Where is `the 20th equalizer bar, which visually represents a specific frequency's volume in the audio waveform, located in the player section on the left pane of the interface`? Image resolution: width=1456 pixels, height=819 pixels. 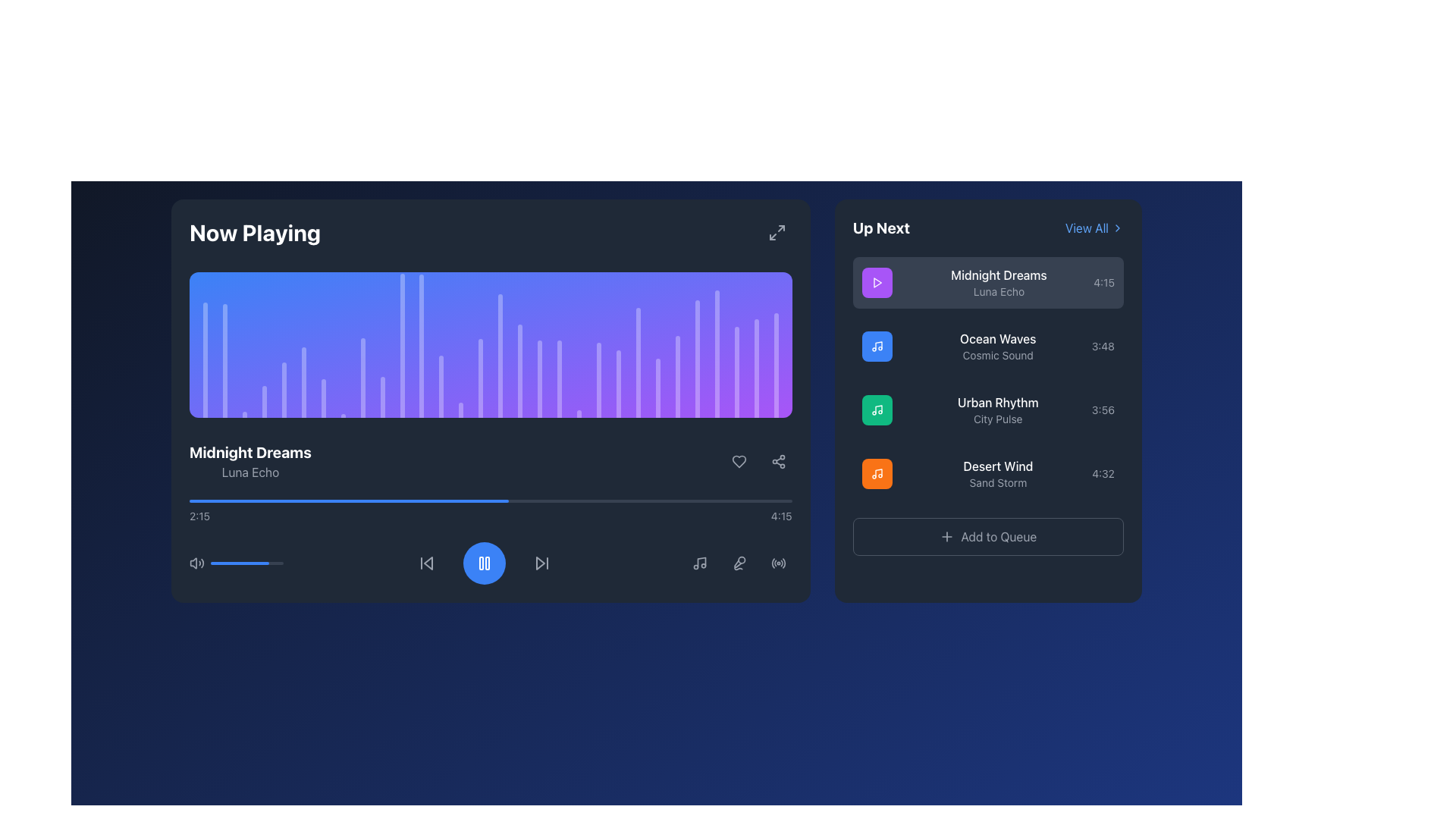
the 20th equalizer bar, which visually represents a specific frequency's volume in the audio waveform, located in the player section on the left pane of the interface is located at coordinates (598, 379).